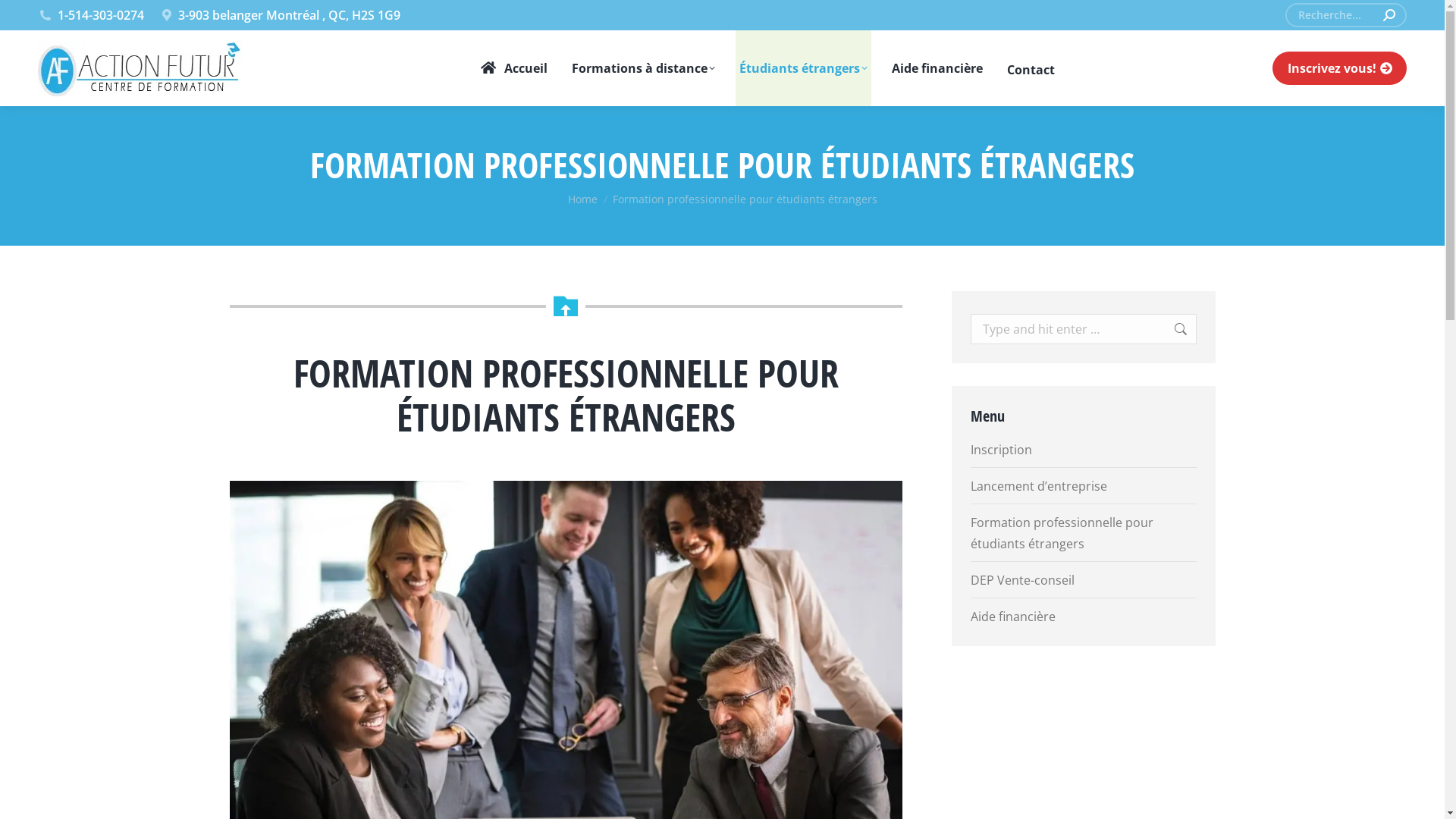 Image resolution: width=1456 pixels, height=819 pixels. Describe the element at coordinates (513, 67) in the screenshot. I see `'Accueil'` at that location.